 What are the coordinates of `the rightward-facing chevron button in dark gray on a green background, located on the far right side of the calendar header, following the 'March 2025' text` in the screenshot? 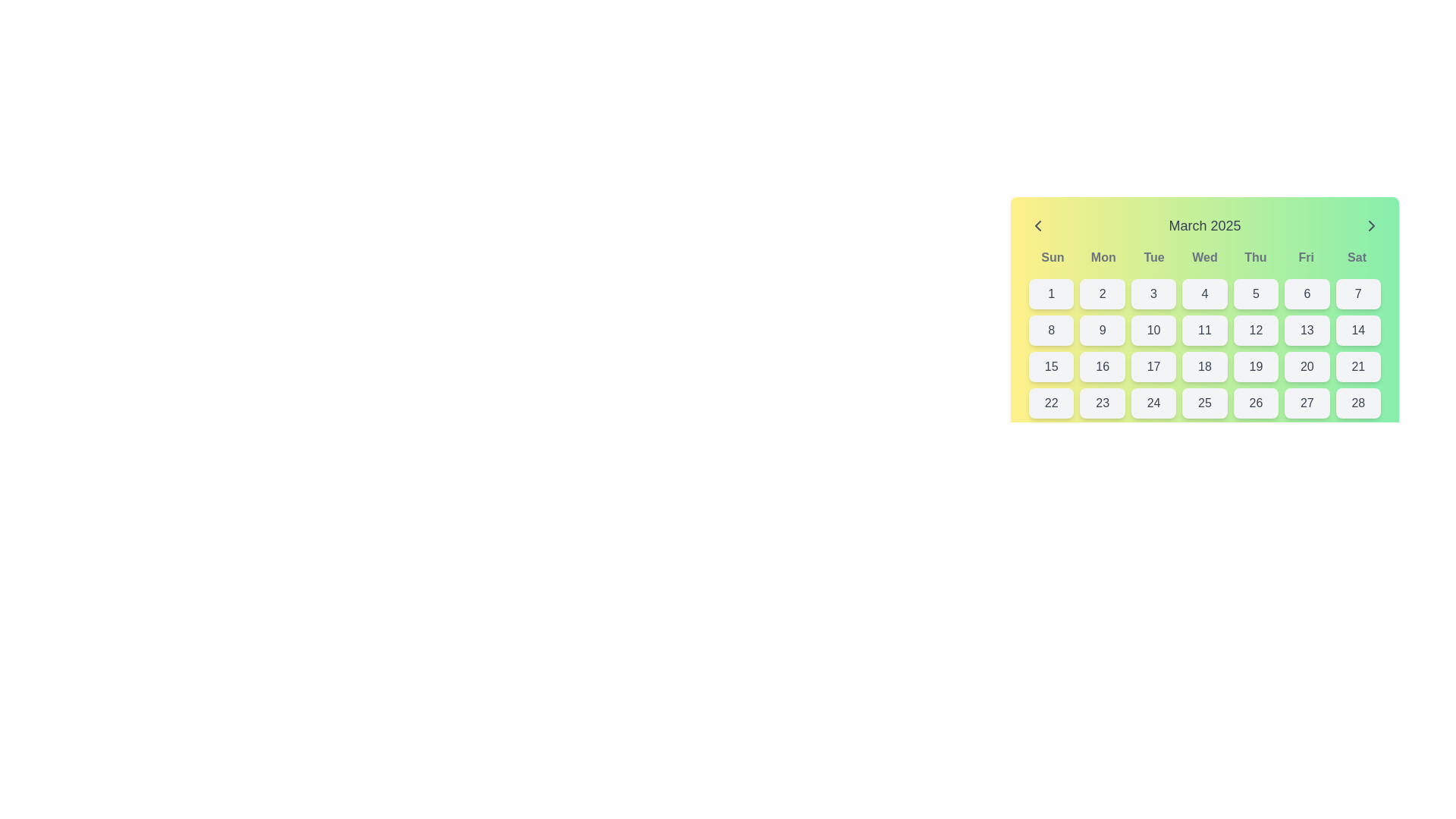 It's located at (1372, 225).